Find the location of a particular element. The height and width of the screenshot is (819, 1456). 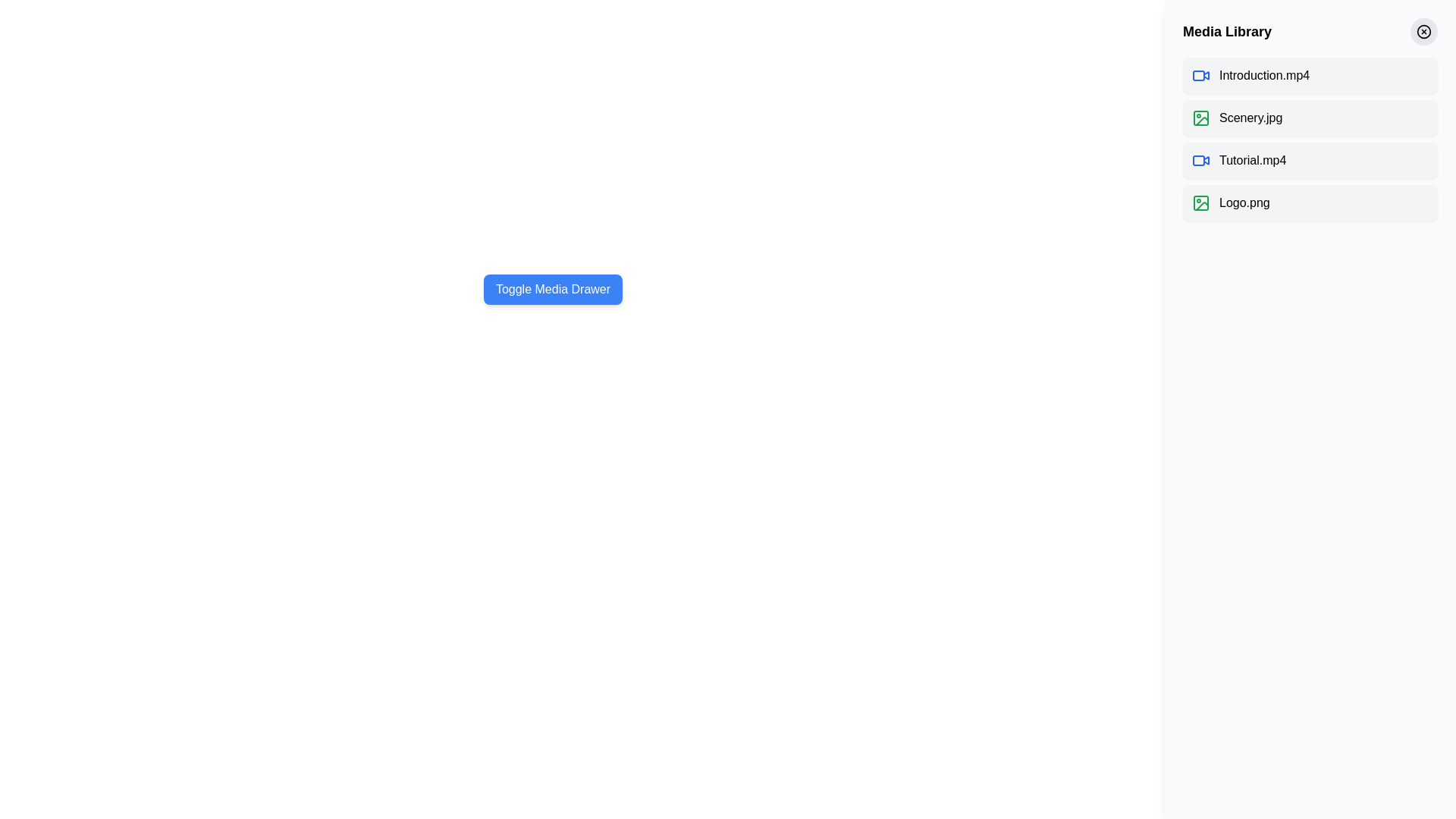

the 'Toggle Media Drawer' button, which is a rectangular button with rounded corners and a blue background located near the center-bottom of the interface is located at coordinates (552, 289).